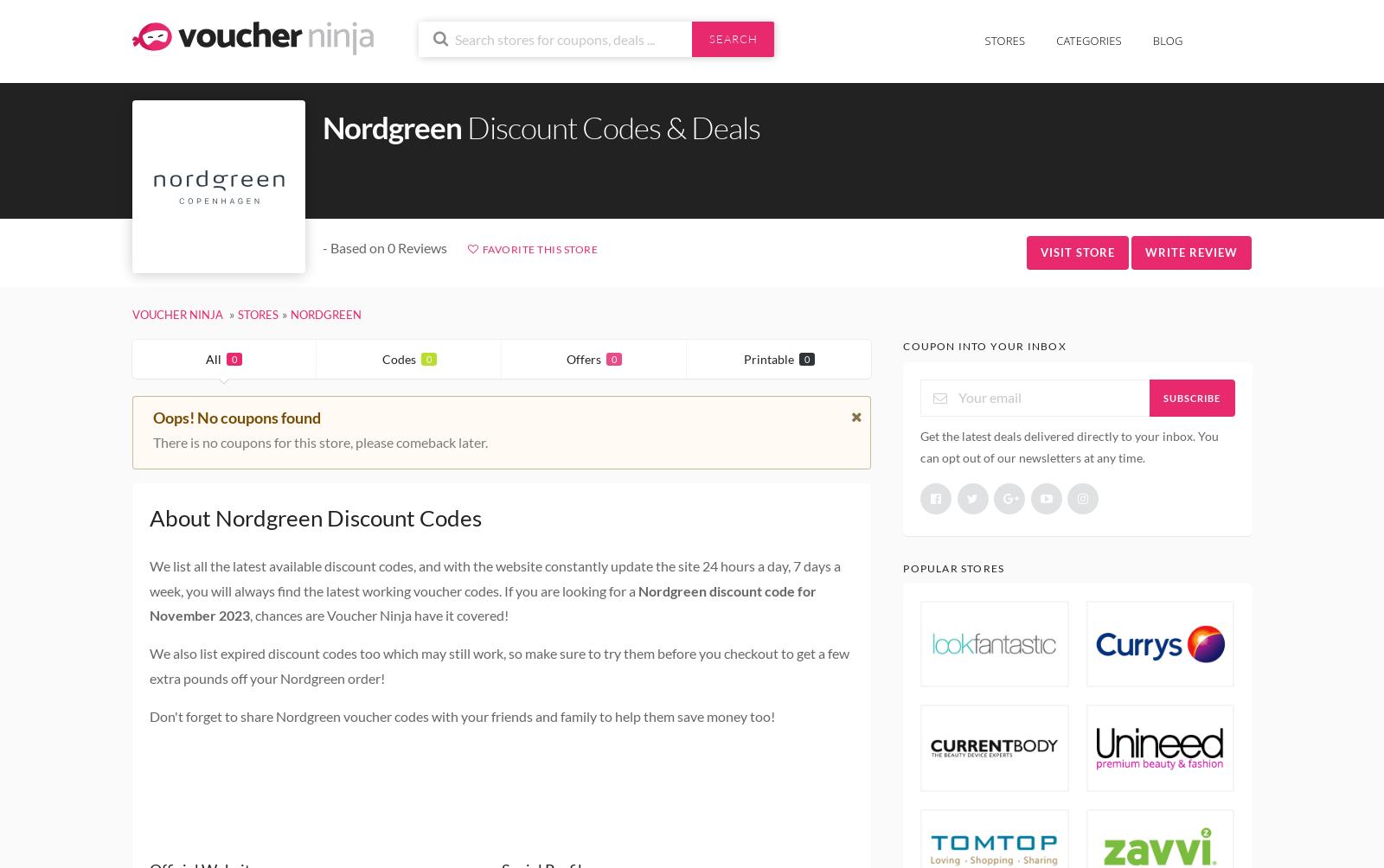 The height and width of the screenshot is (868, 1384). I want to click on 'Favorite This Store', so click(540, 249).